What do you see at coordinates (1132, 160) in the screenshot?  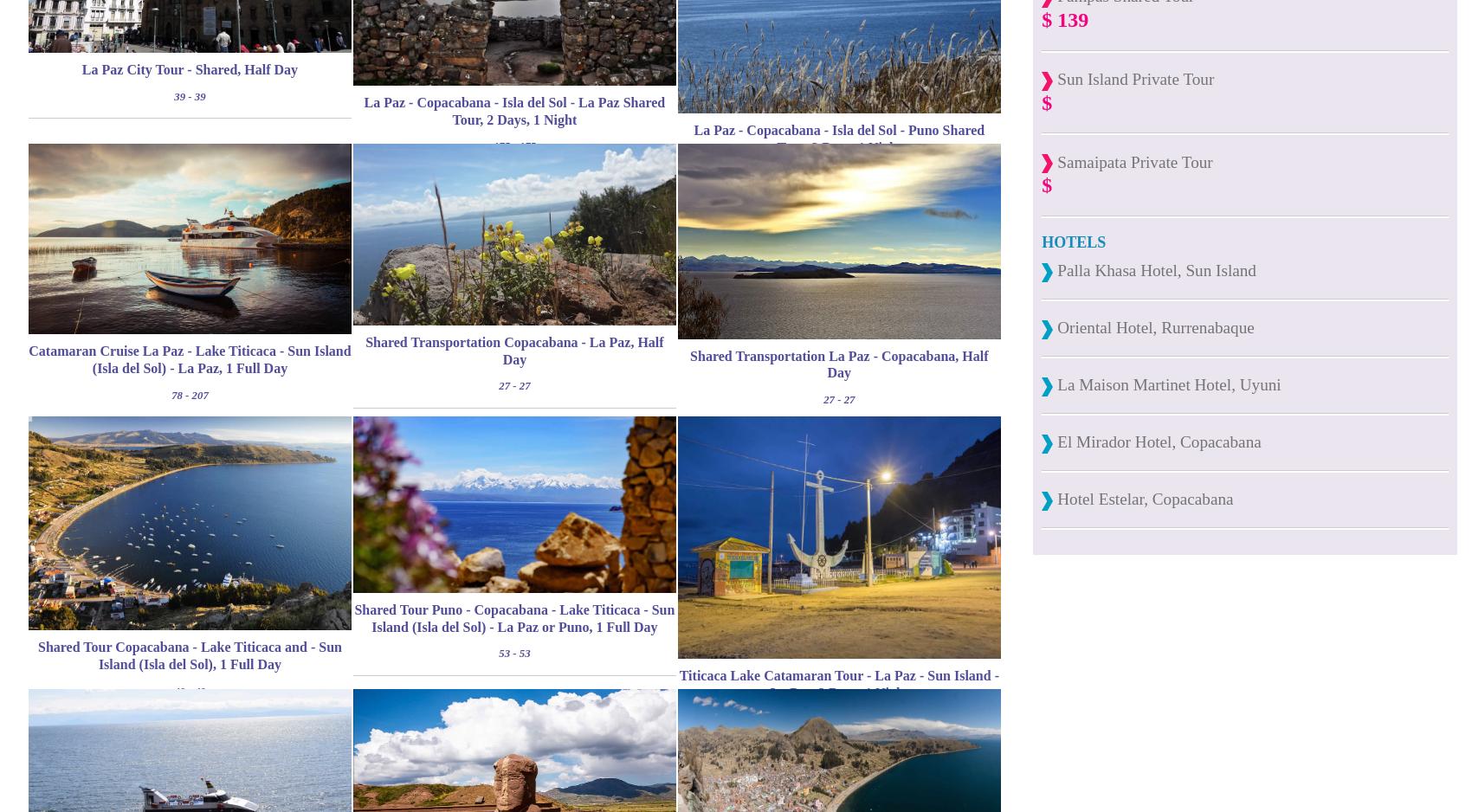 I see `'Samaipata Private Tour'` at bounding box center [1132, 160].